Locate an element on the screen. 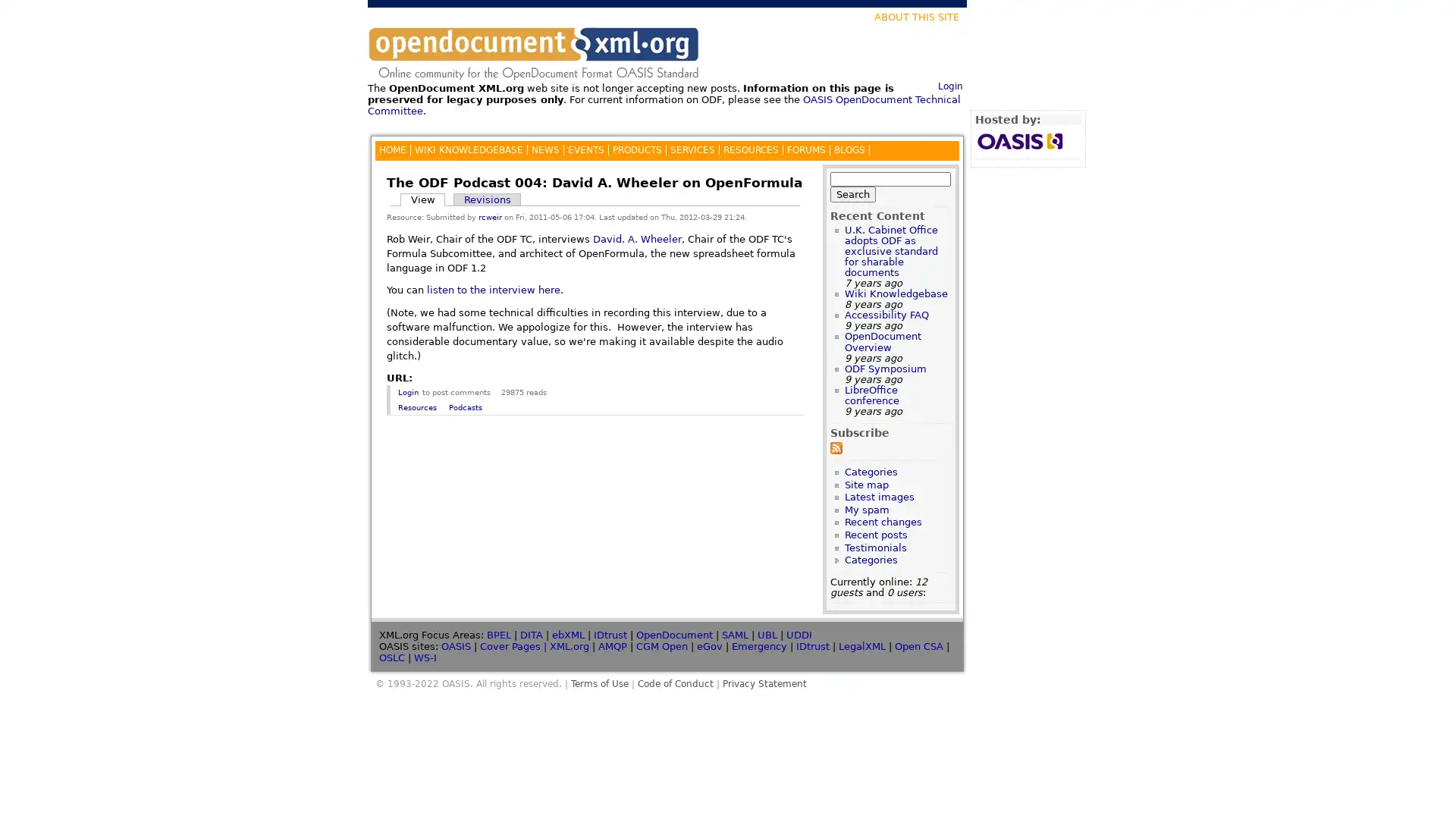 The height and width of the screenshot is (819, 1456). Search is located at coordinates (852, 193).